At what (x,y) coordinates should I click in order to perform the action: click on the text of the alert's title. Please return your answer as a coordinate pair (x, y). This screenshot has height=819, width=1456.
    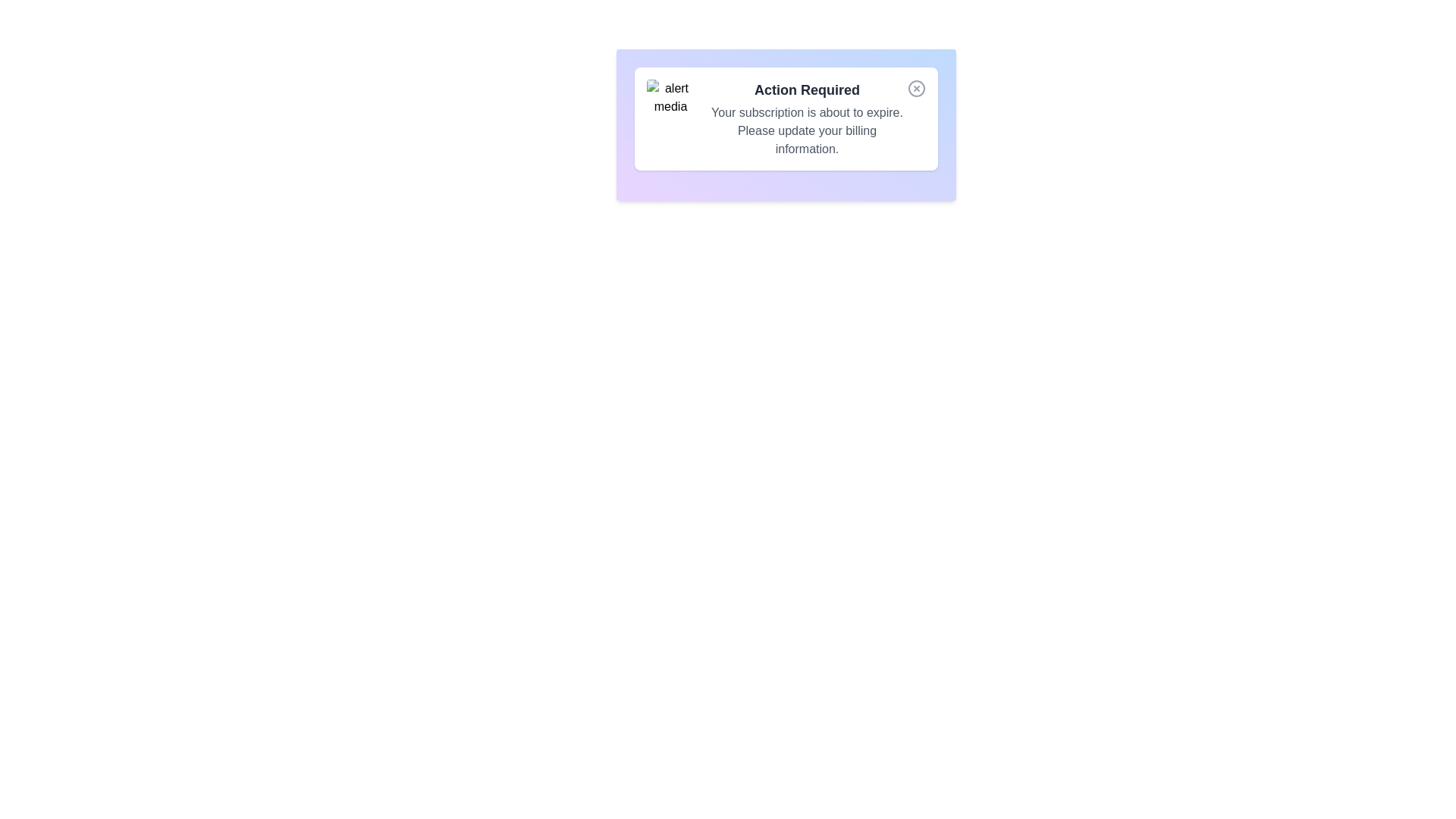
    Looking at the image, I should click on (806, 90).